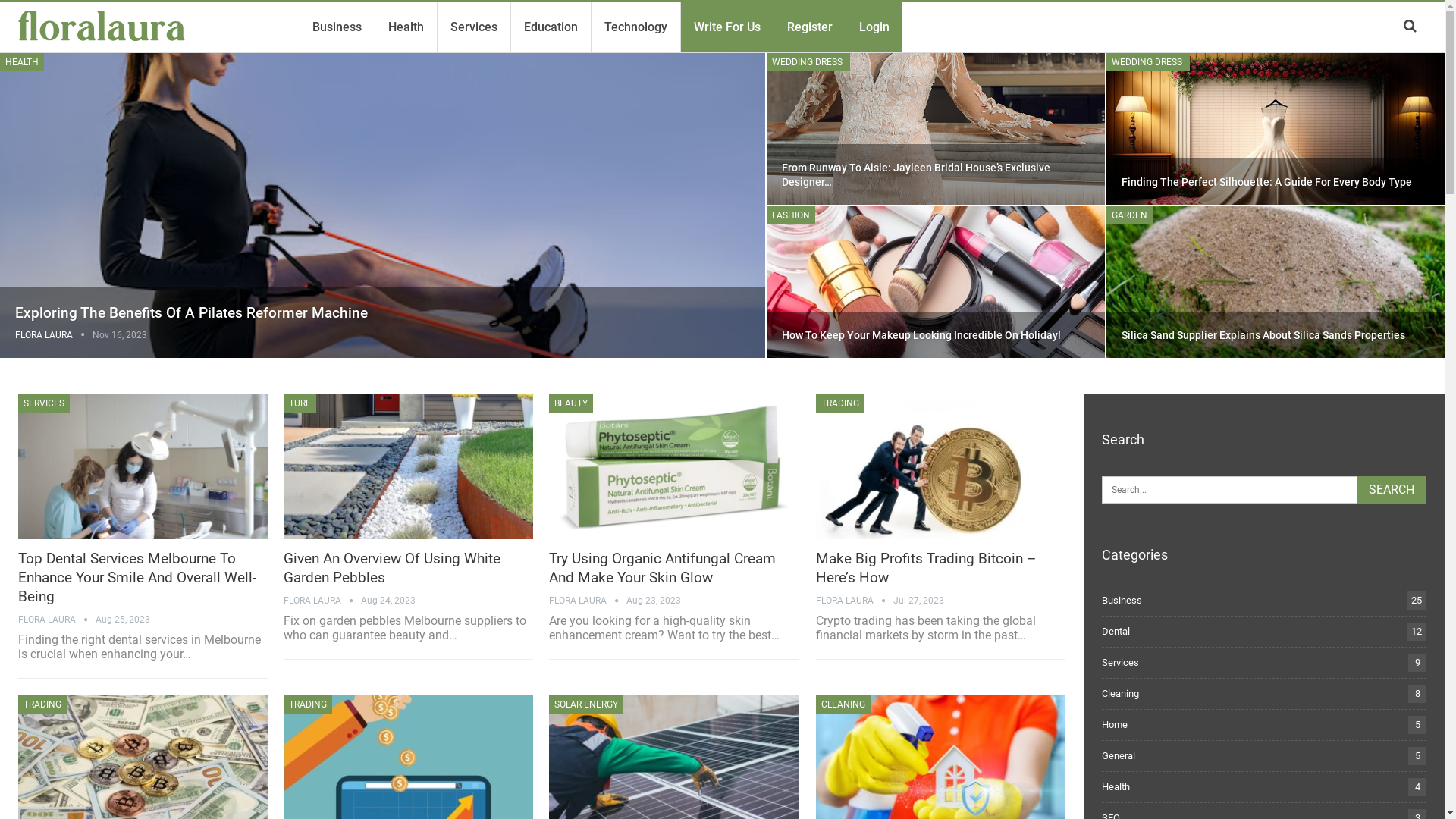 This screenshot has width=1456, height=819. I want to click on 'TURF', so click(300, 403).